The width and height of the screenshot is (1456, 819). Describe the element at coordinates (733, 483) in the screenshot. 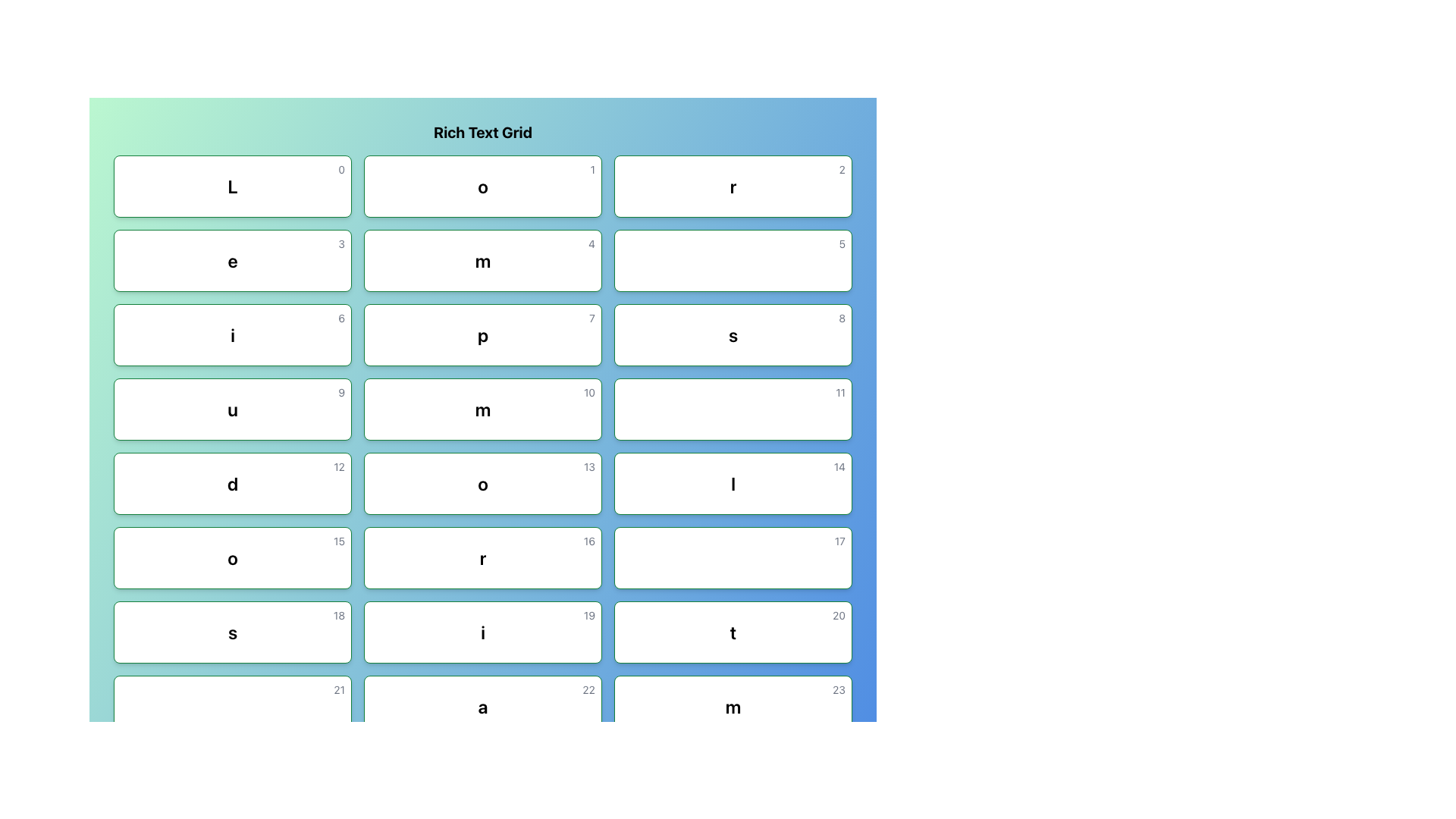

I see `the visual card element in the fifth column of the fifth row, which has a bold black 'l' text at the center and a small gray '14' in the top-right corner` at that location.